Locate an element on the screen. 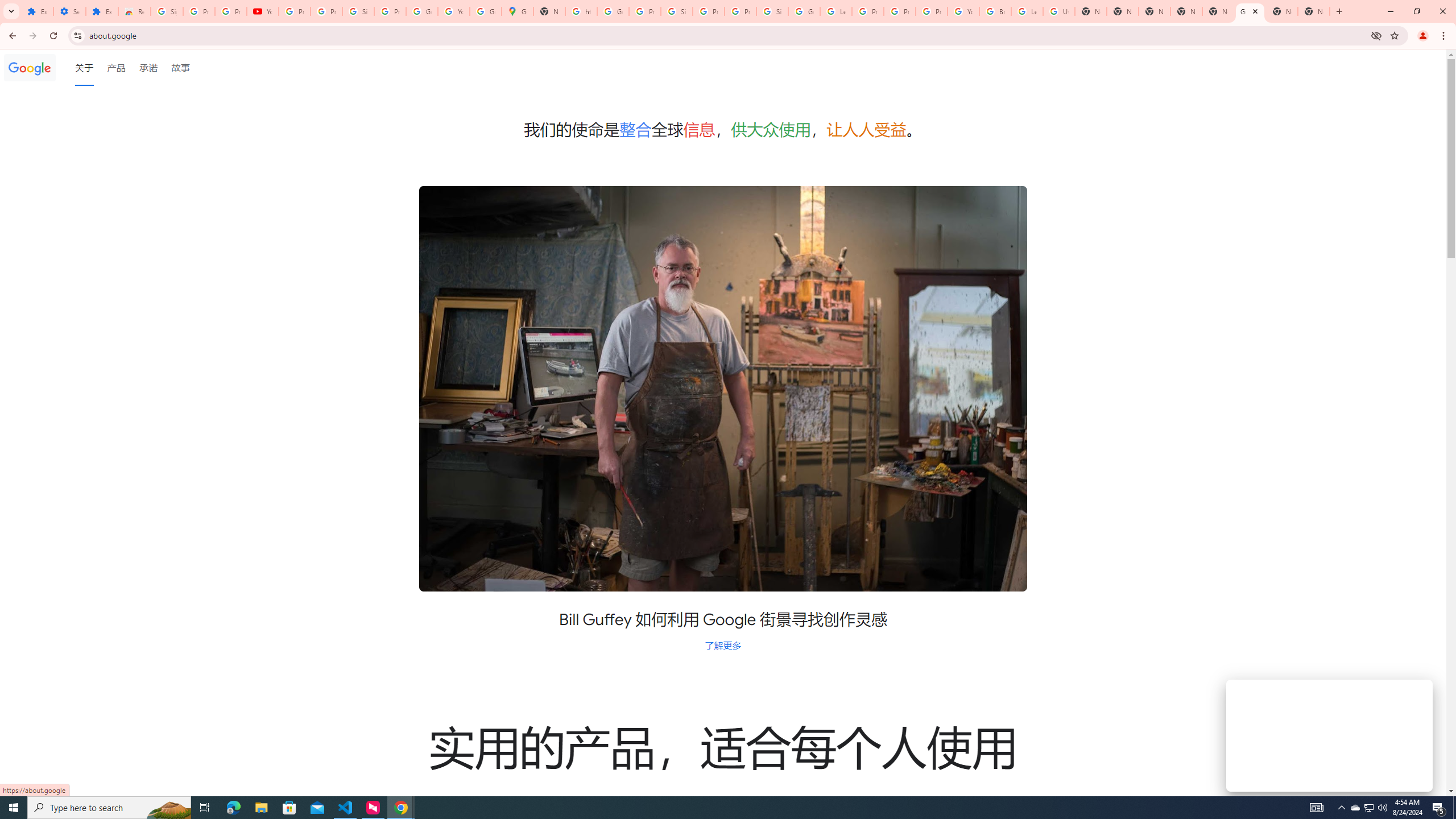 This screenshot has height=819, width=1456. 'Settings' is located at coordinates (69, 11).